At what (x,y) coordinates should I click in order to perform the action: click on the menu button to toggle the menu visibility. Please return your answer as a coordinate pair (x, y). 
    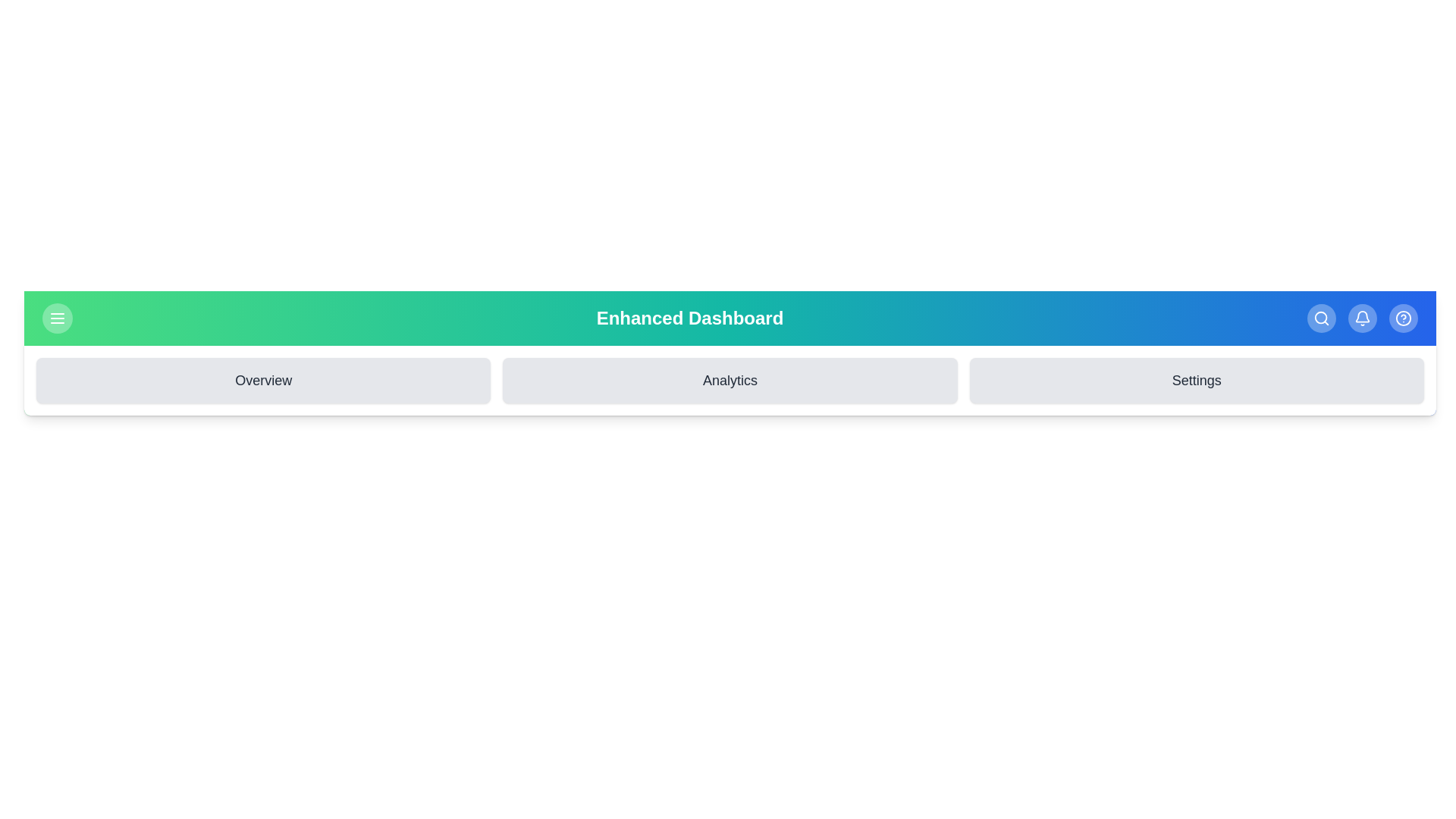
    Looking at the image, I should click on (58, 318).